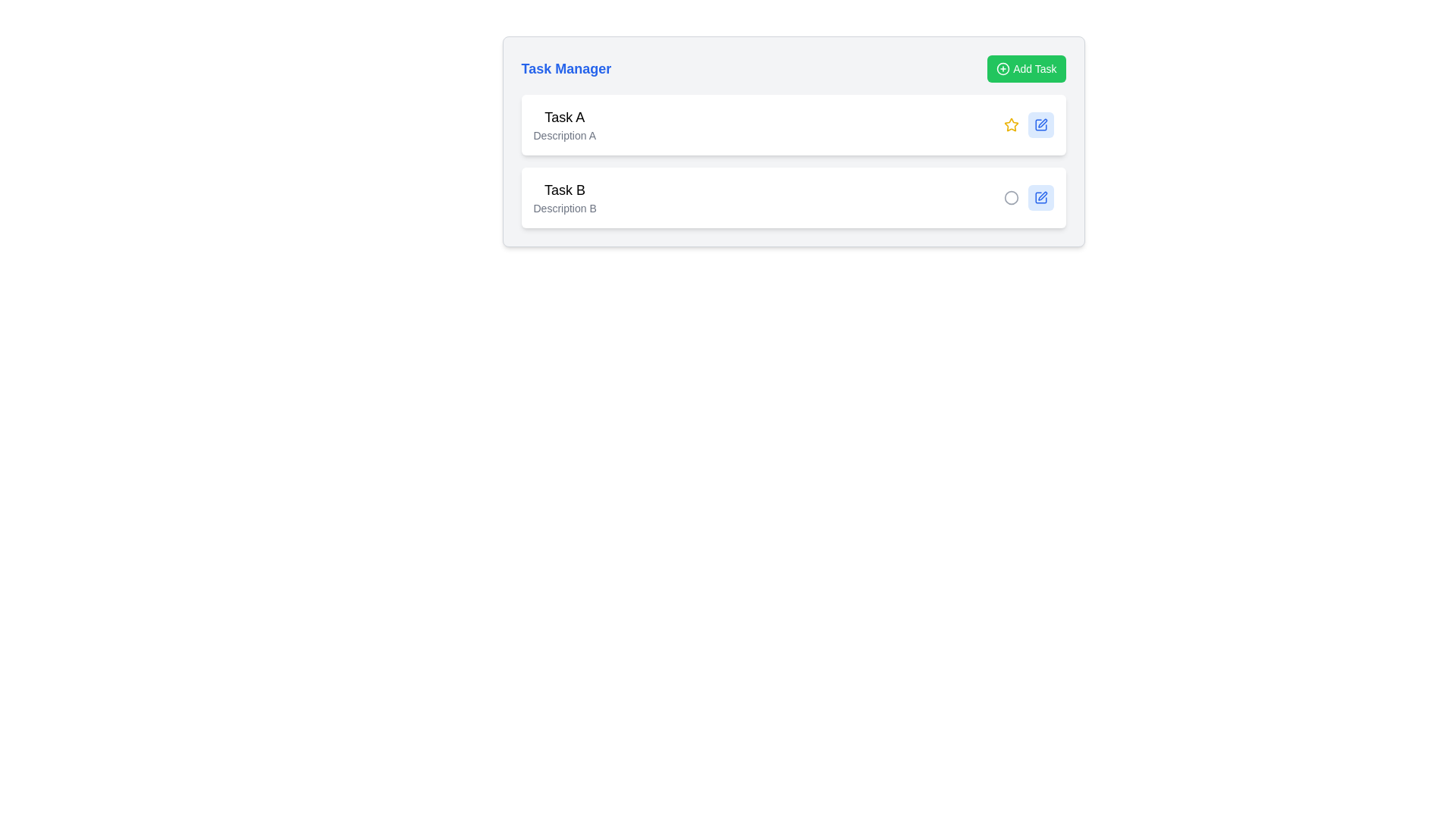 This screenshot has height=819, width=1456. What do you see at coordinates (1003, 69) in the screenshot?
I see `the central circular outline of the 'Add Task' button icon` at bounding box center [1003, 69].